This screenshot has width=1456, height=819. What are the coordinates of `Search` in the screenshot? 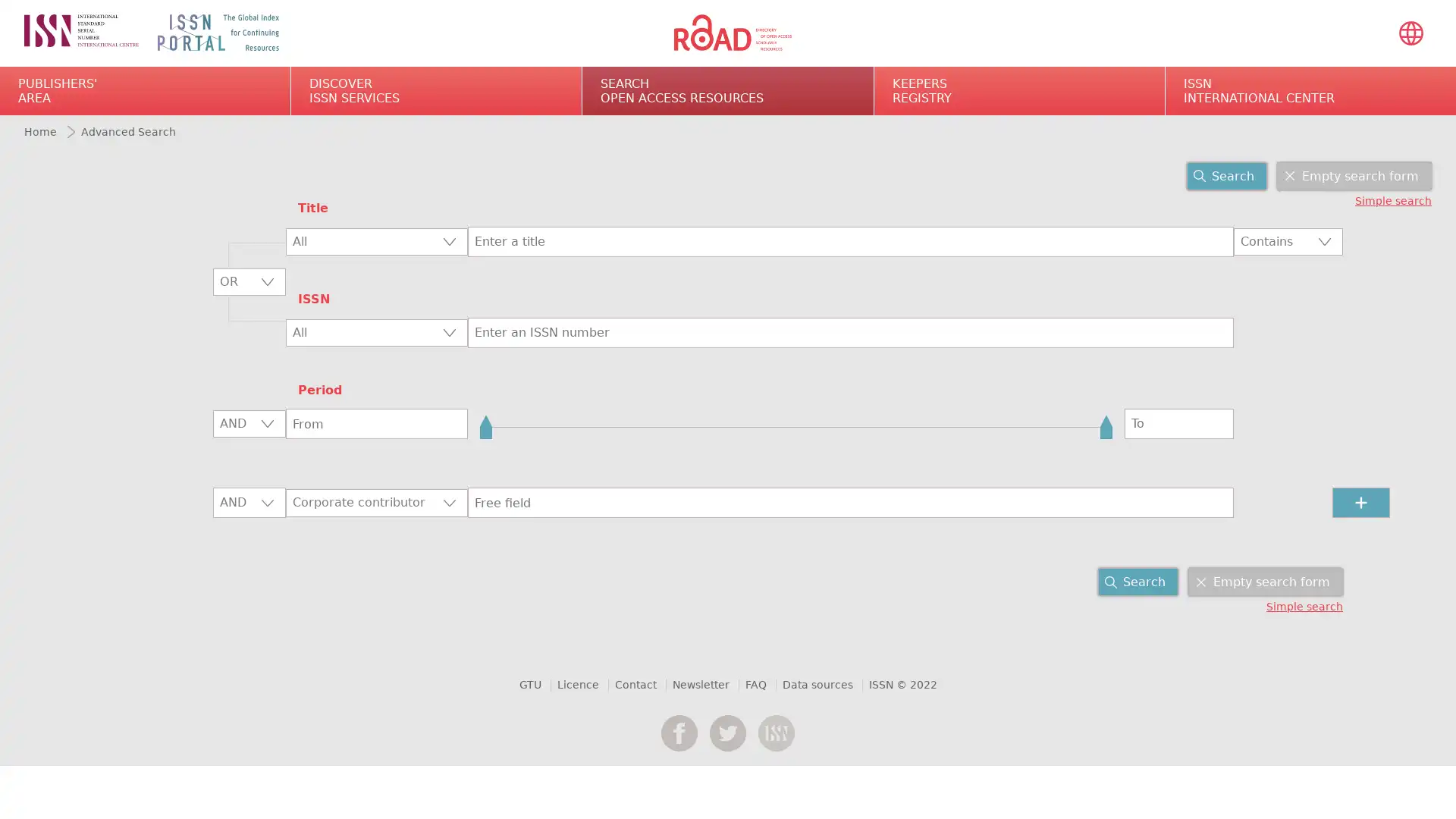 It's located at (1138, 581).